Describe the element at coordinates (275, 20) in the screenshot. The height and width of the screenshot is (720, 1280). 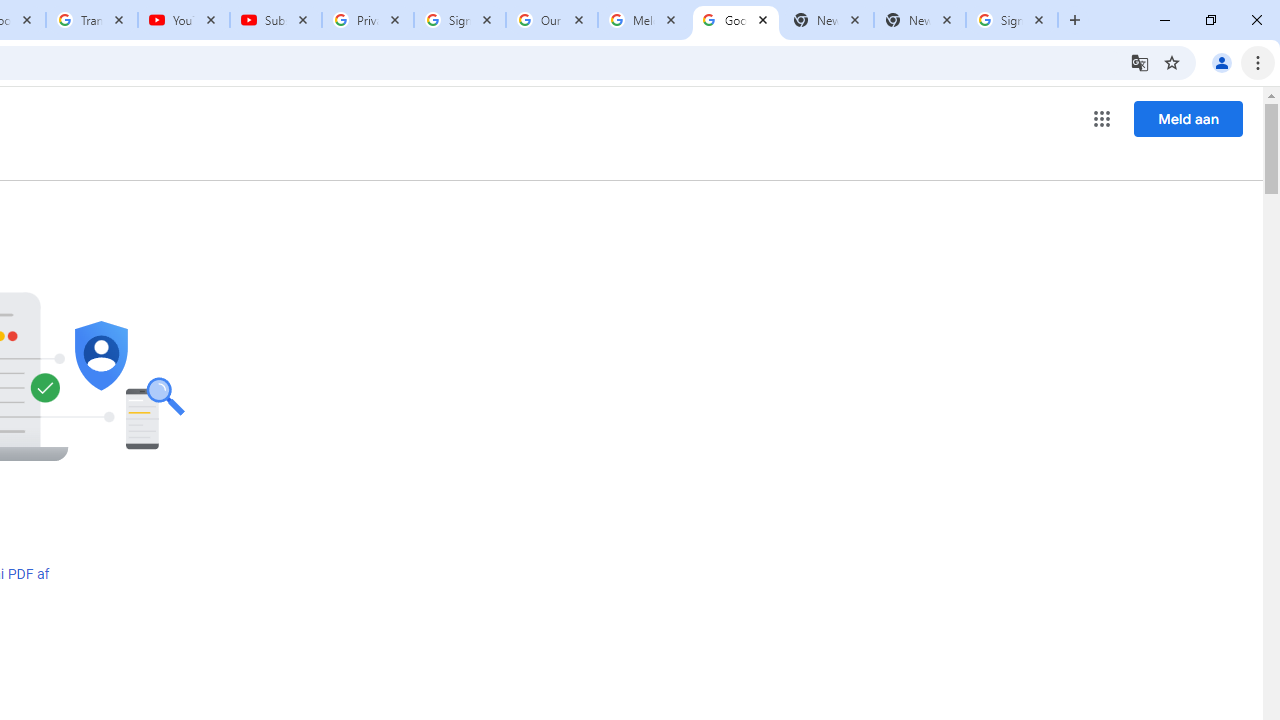
I see `'Subscriptions - YouTube'` at that location.